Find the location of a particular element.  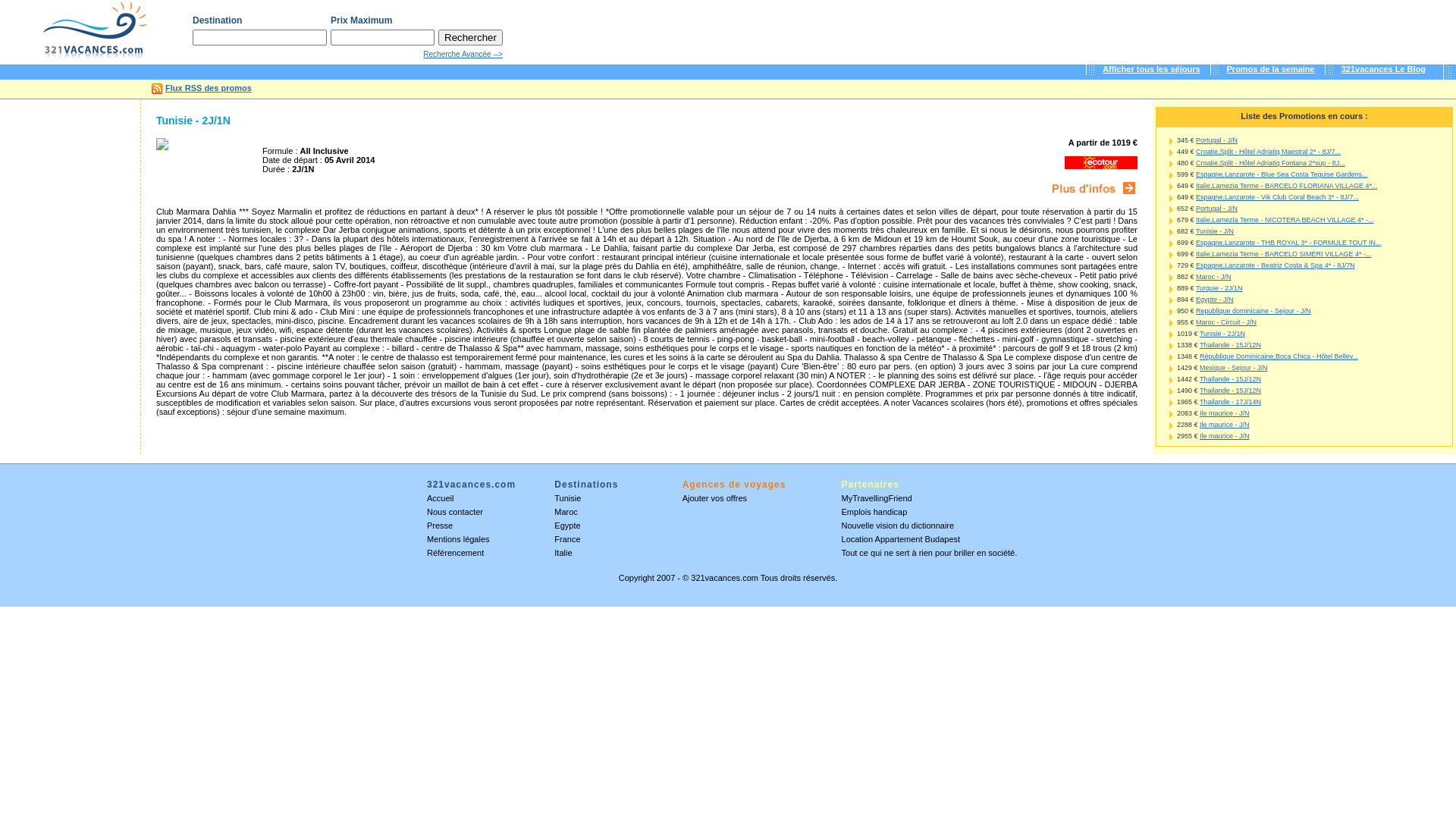

'Tunisie' is located at coordinates (566, 497).